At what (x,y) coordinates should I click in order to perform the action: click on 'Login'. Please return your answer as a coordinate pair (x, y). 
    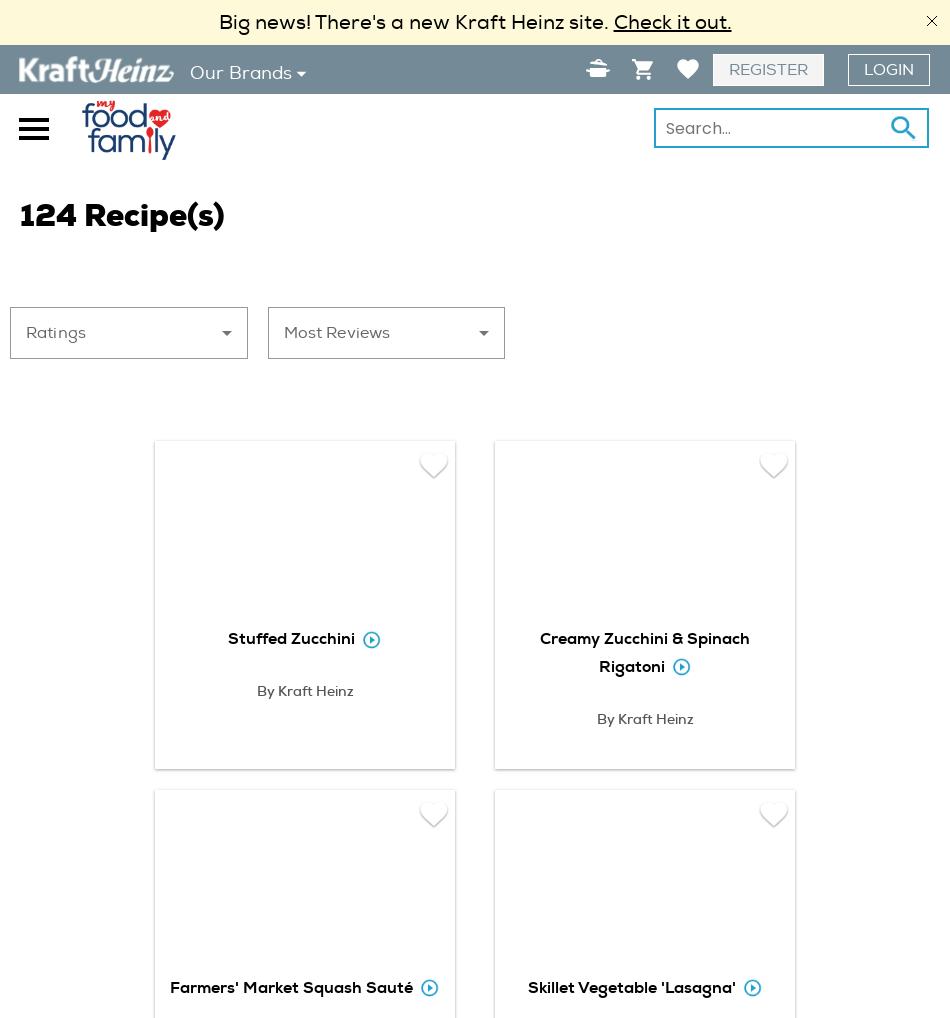
    Looking at the image, I should click on (863, 70).